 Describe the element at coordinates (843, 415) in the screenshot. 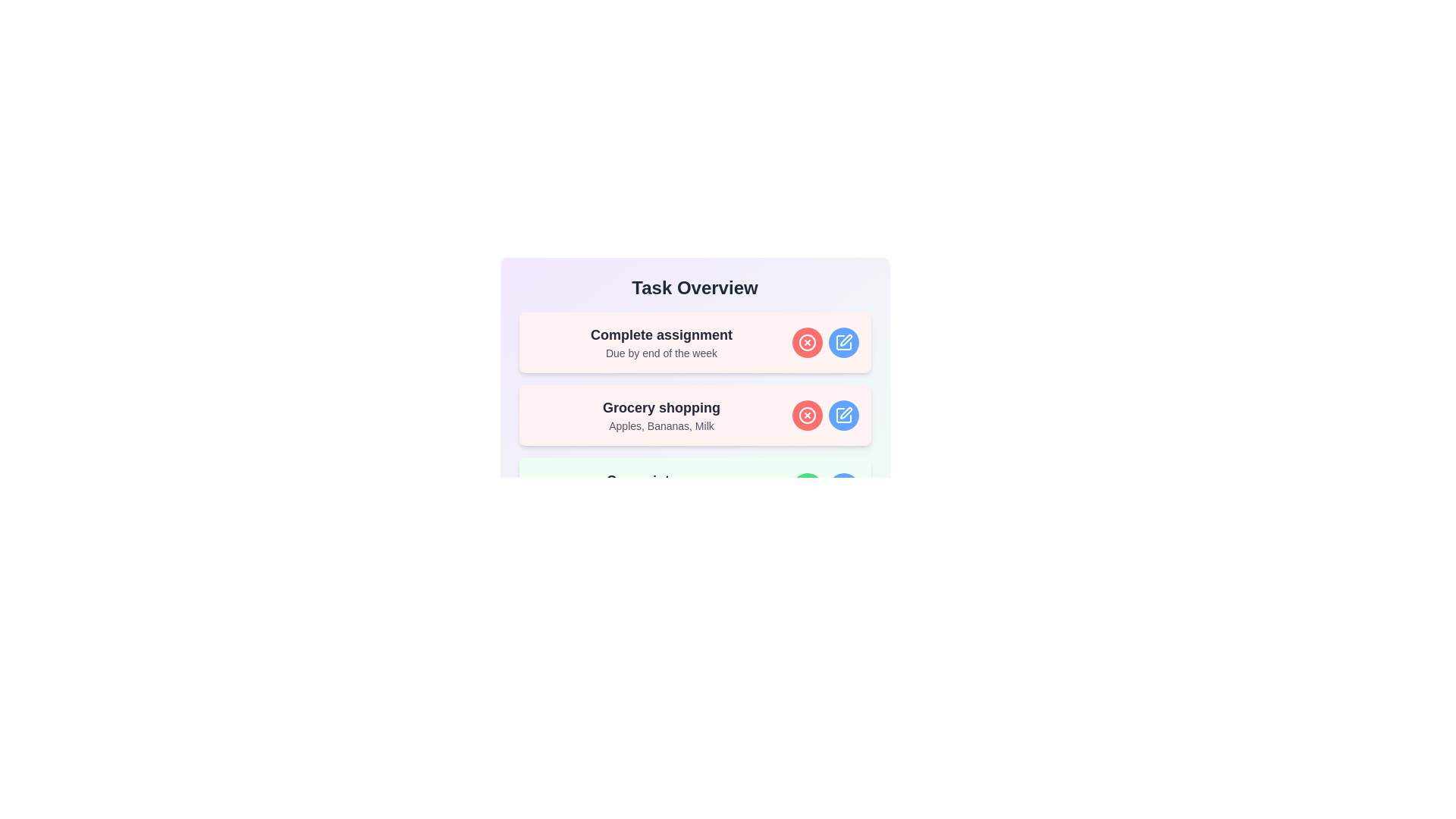

I see `the edit button for the task 'Grocery shopping'` at that location.